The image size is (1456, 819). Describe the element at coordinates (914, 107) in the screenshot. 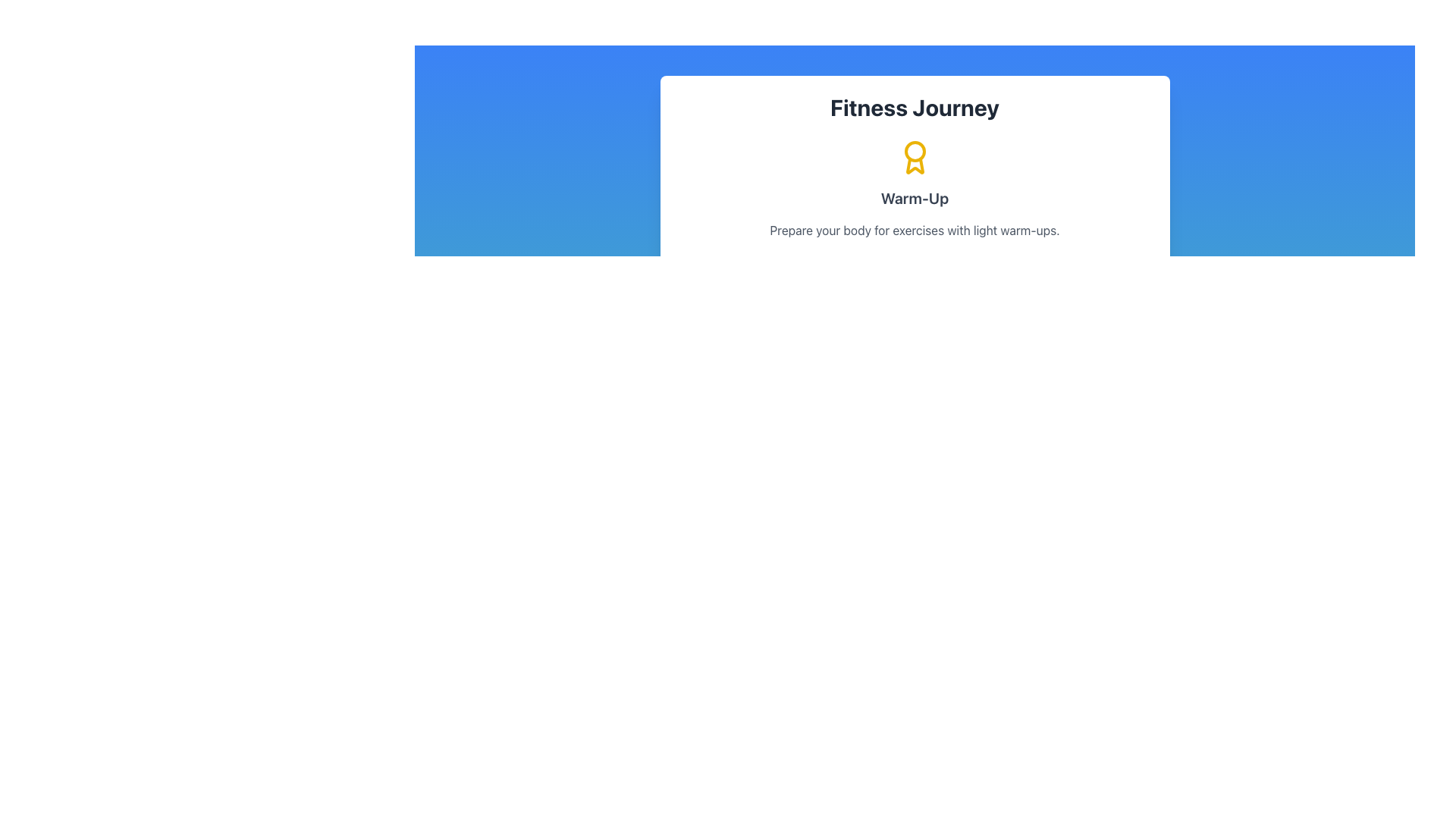

I see `the 'Fitness Journey' text label, which is a bold, large dark-colored text centrally aligned within a white content card at the top of the page` at that location.